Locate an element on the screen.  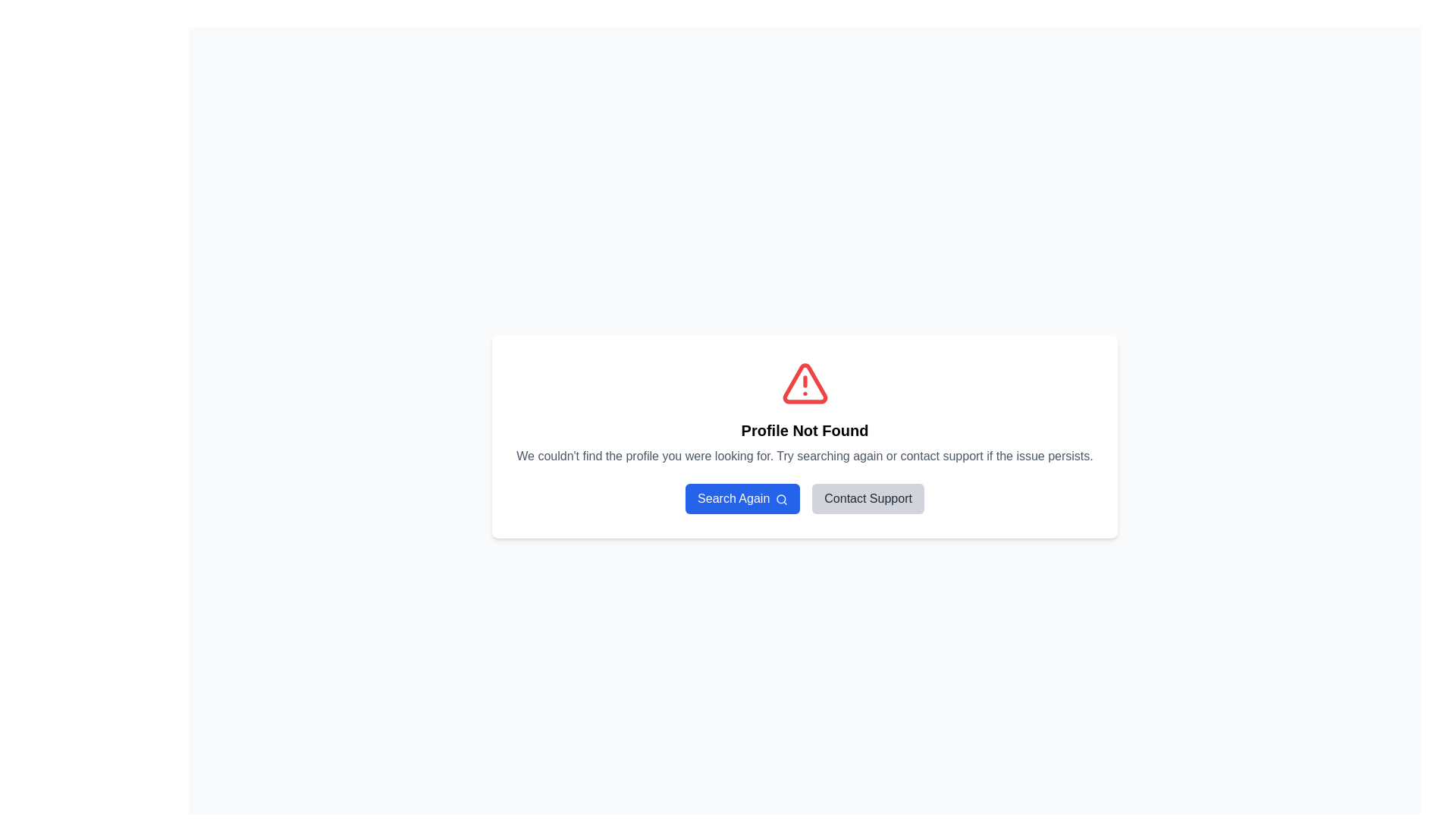
the blue button labeled 'Search Again' with a search icon on the right, located under the 'Profile Not Found' message box and to the left of the 'Contact Support' button is located at coordinates (742, 499).